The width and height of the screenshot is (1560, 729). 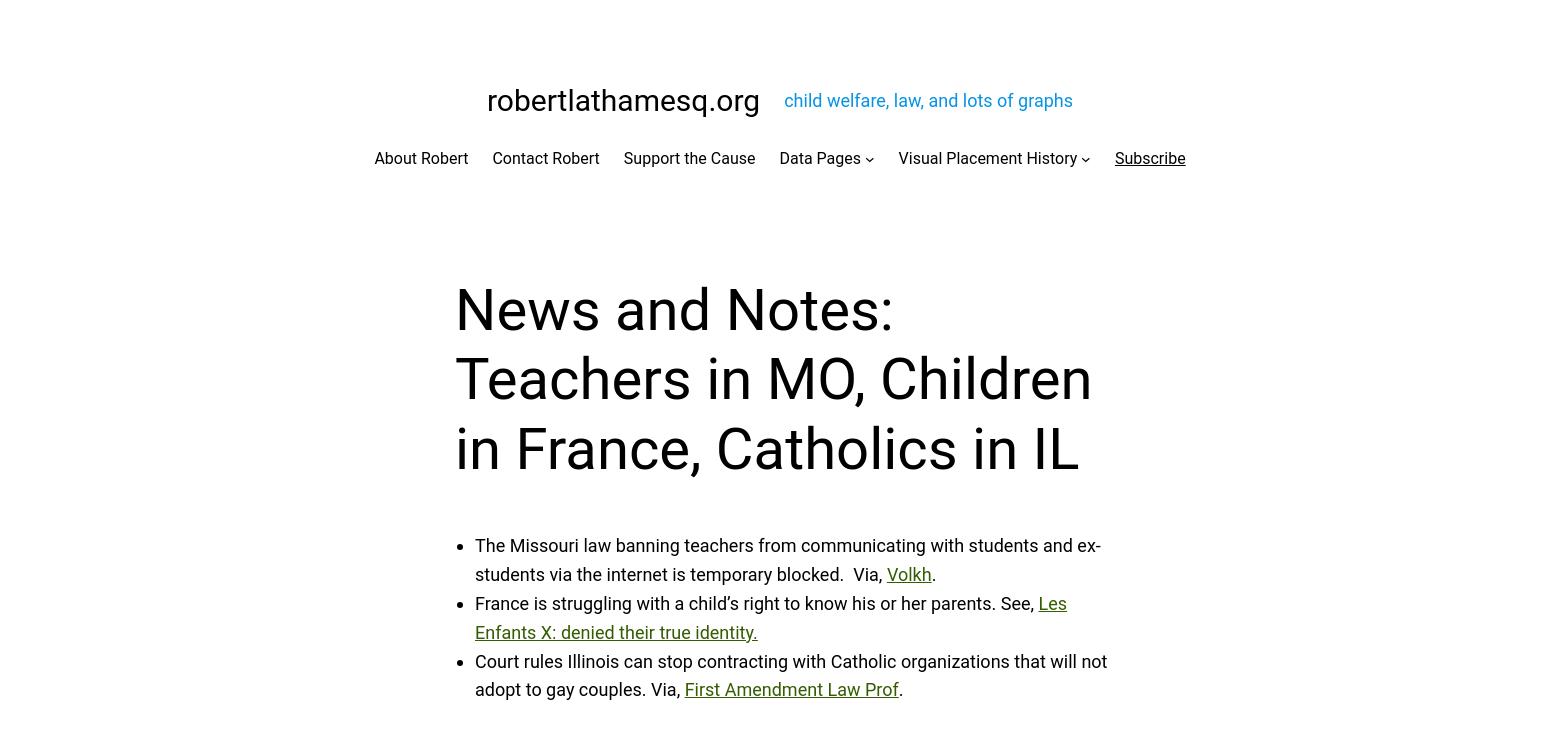 I want to click on 'First Amendment Law Prof', so click(x=791, y=689).